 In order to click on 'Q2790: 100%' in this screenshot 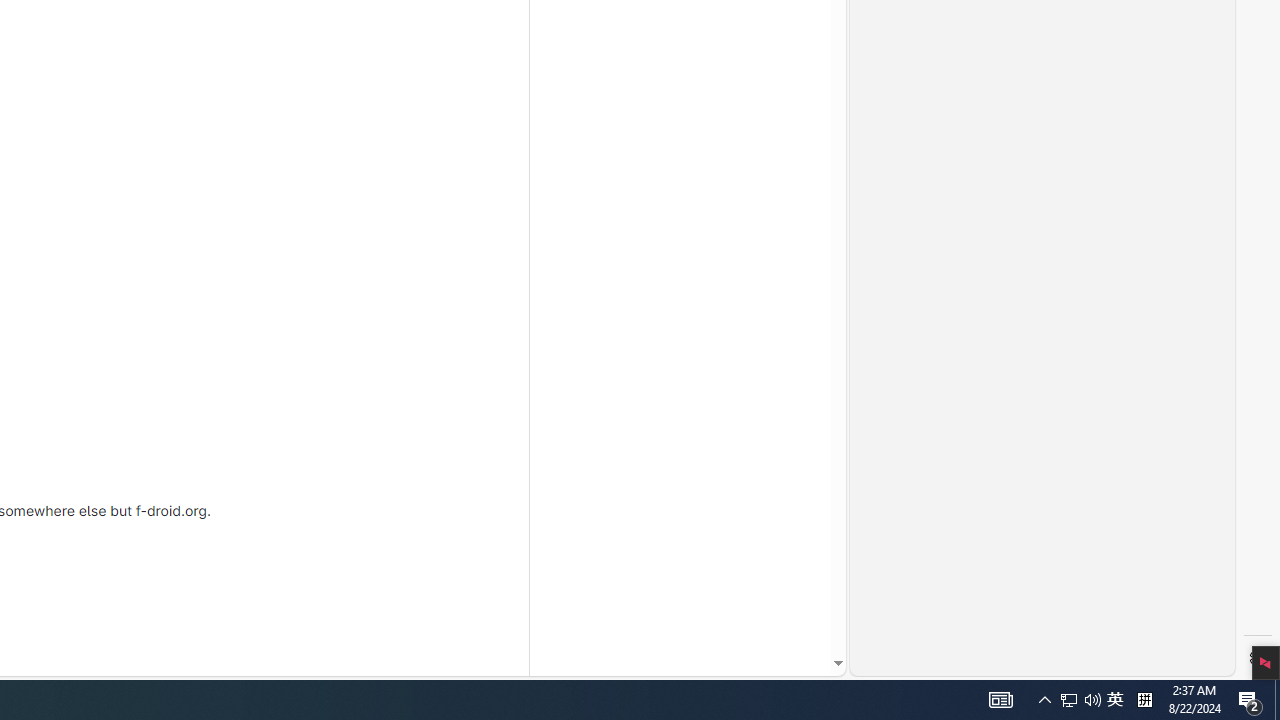, I will do `click(1044, 698)`.